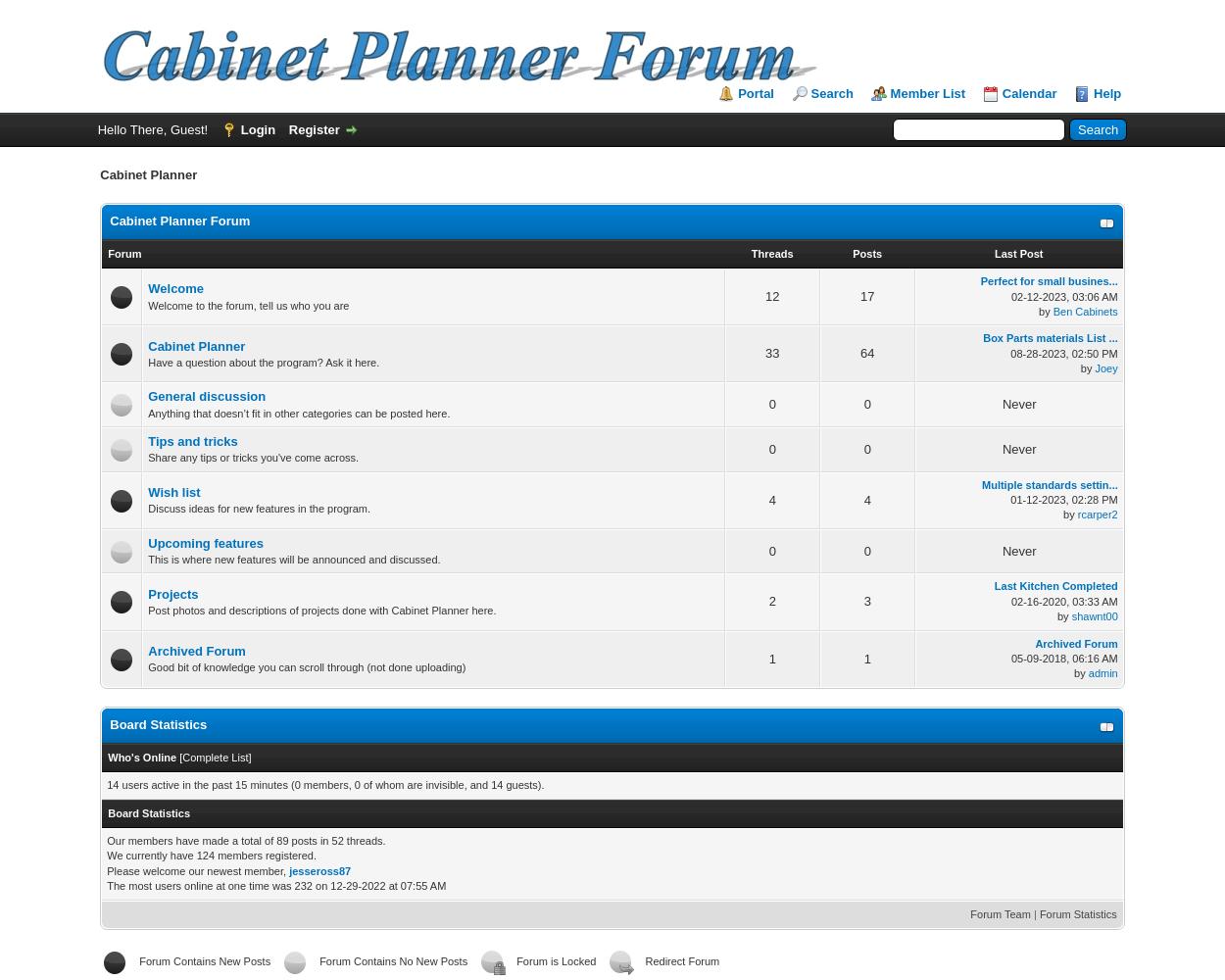  Describe the element at coordinates (181, 757) in the screenshot. I see `'Complete List'` at that location.